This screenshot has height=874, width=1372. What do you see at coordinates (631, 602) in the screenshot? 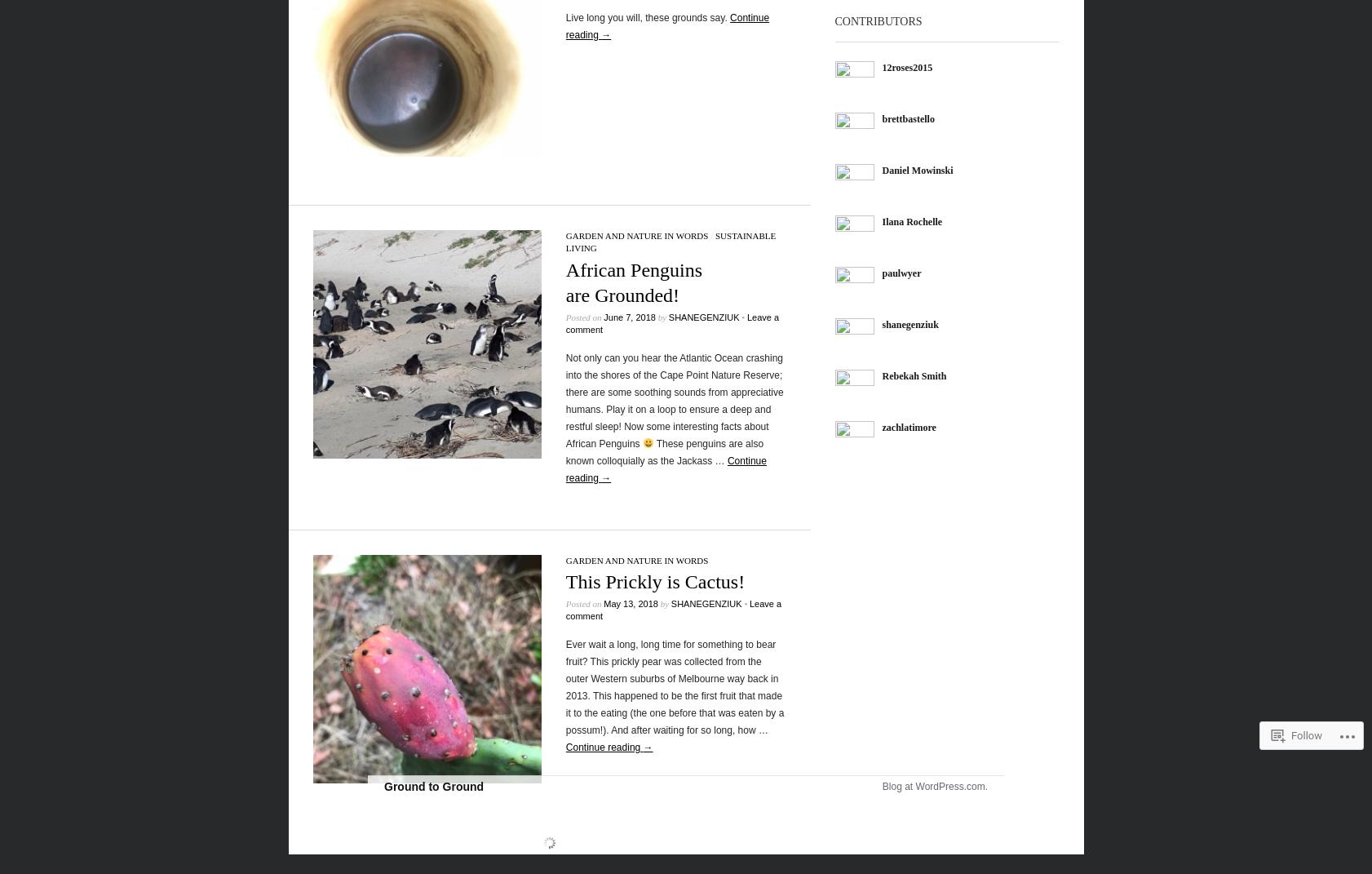
I see `'May 13, 2018'` at bounding box center [631, 602].